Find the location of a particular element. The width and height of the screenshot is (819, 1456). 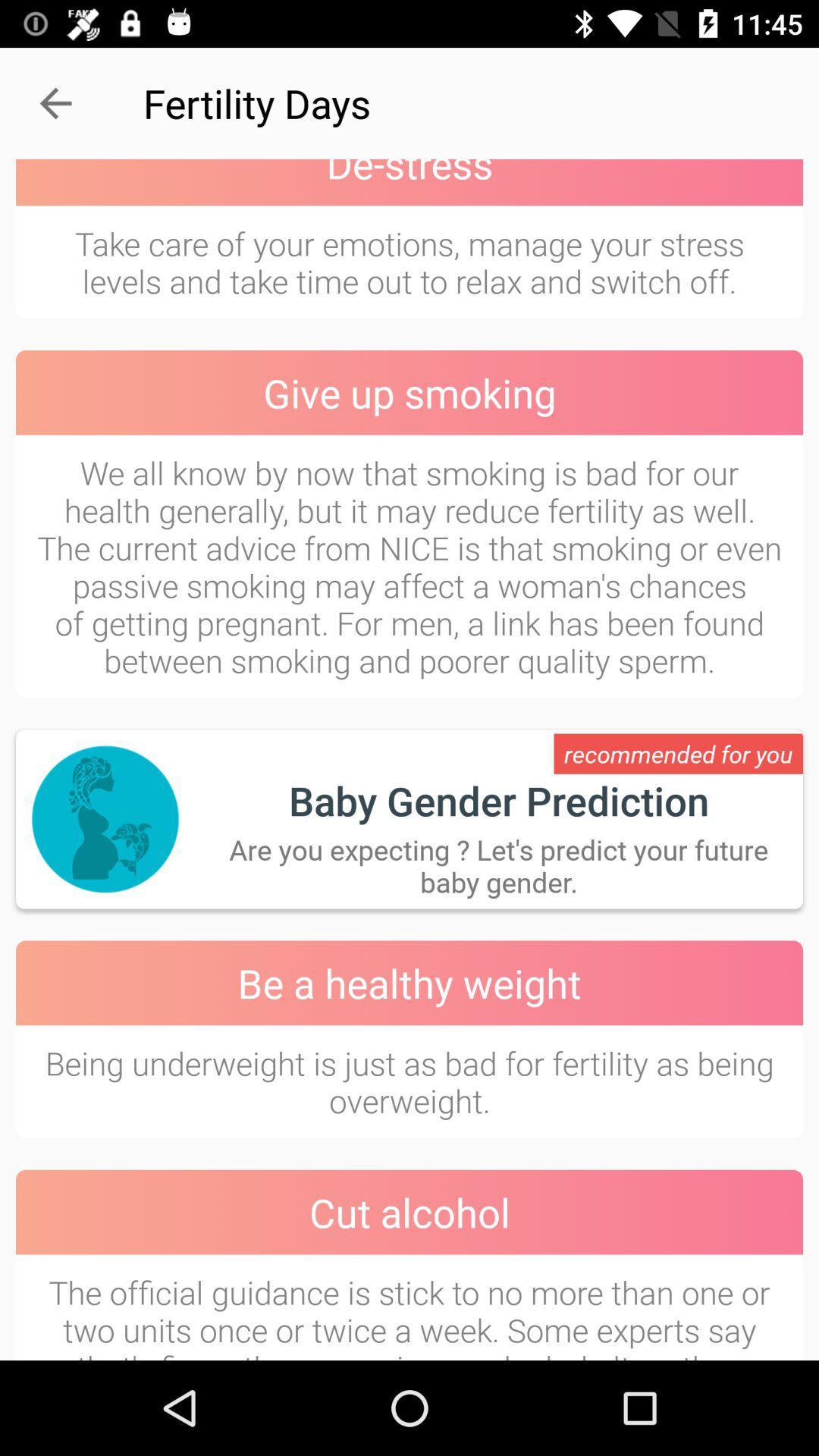

the icon above the de-stress is located at coordinates (55, 102).